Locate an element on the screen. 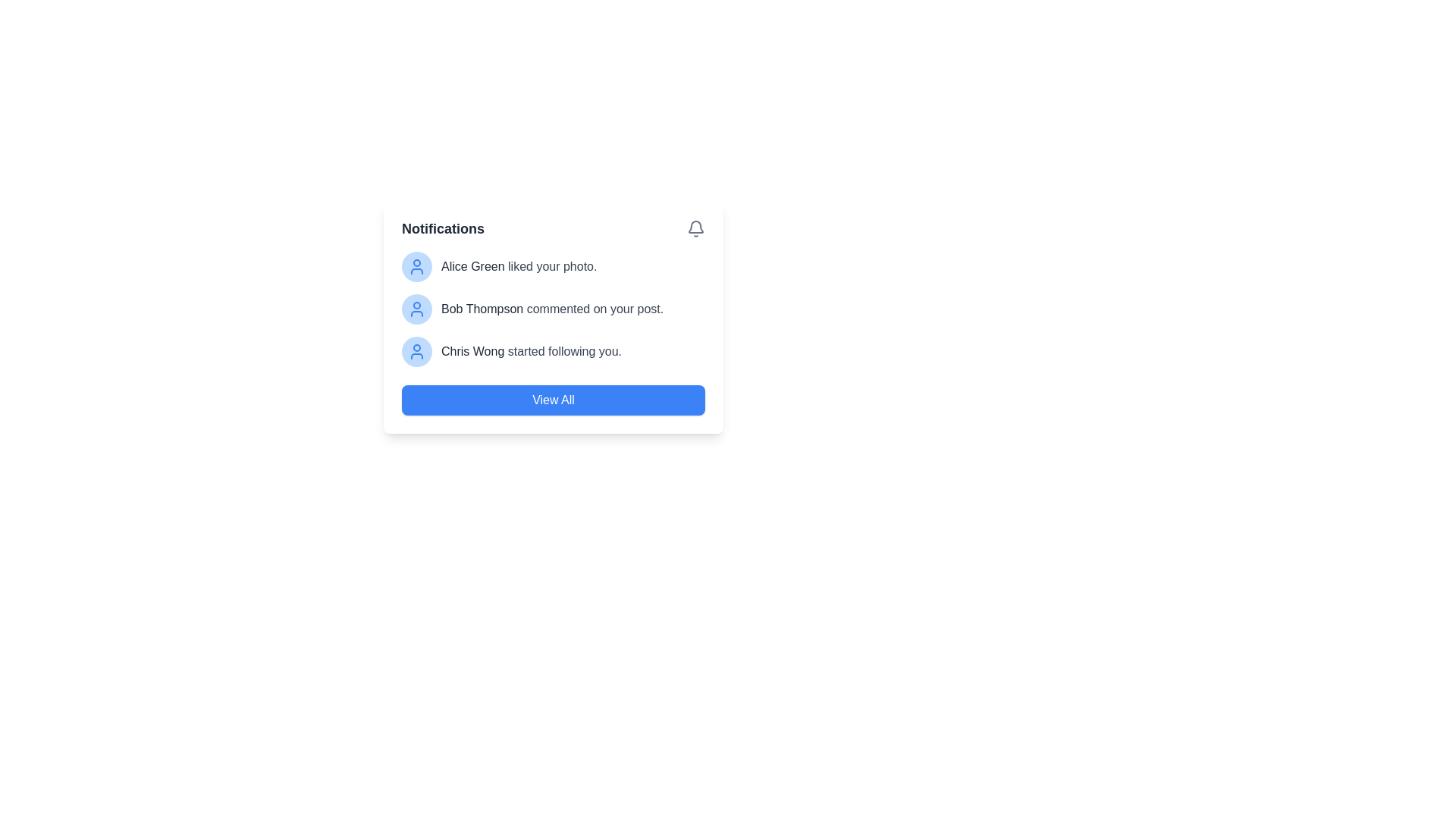 Image resolution: width=1456 pixels, height=819 pixels. notification message indicating that 'Bob Thompson' has commented on a post, which is located in the second notification entry in the list, to the right of an avatar icon and above the 'View All' button is located at coordinates (551, 309).